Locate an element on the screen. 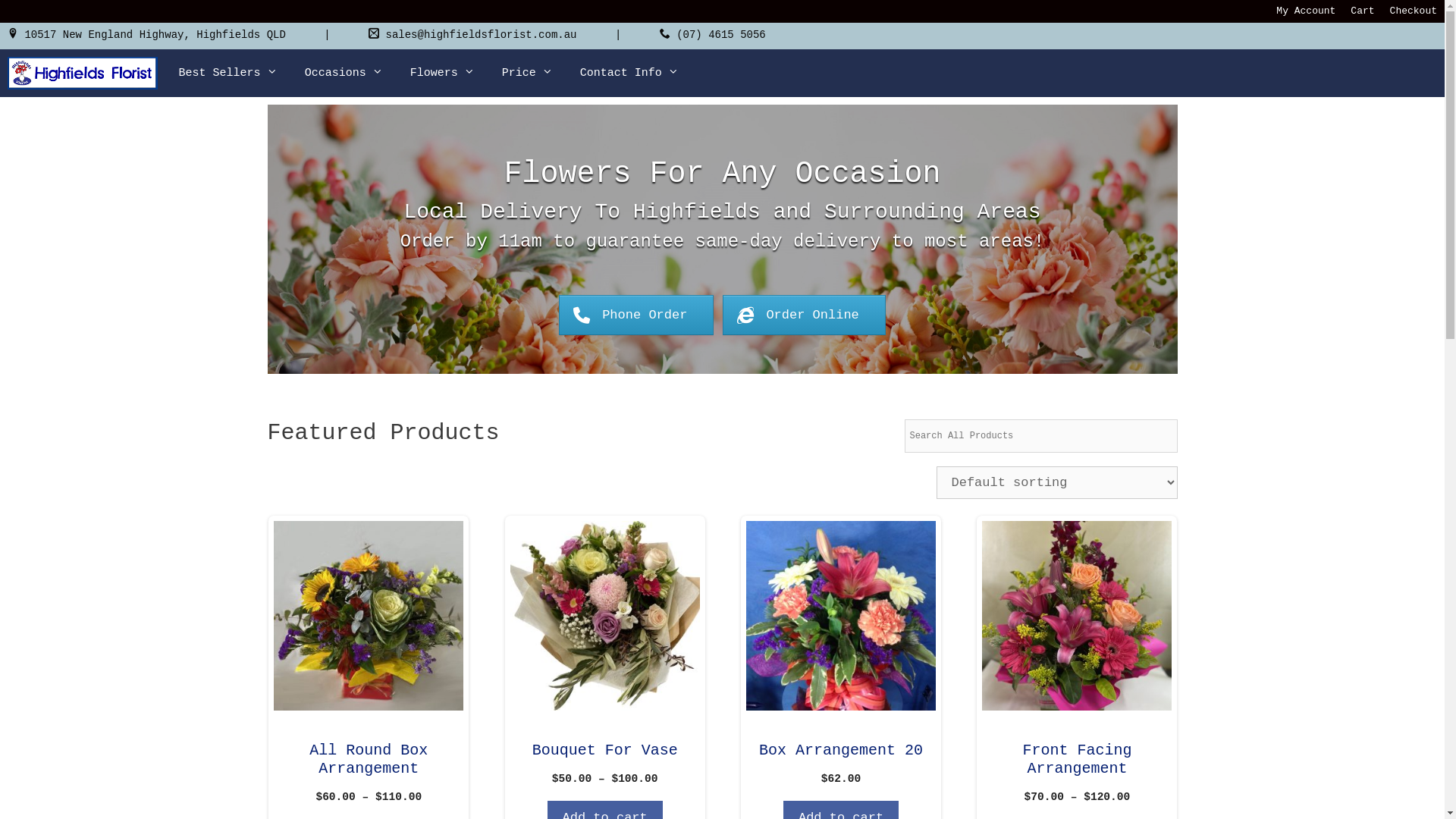  '(07) 4615 5056' is located at coordinates (720, 34).